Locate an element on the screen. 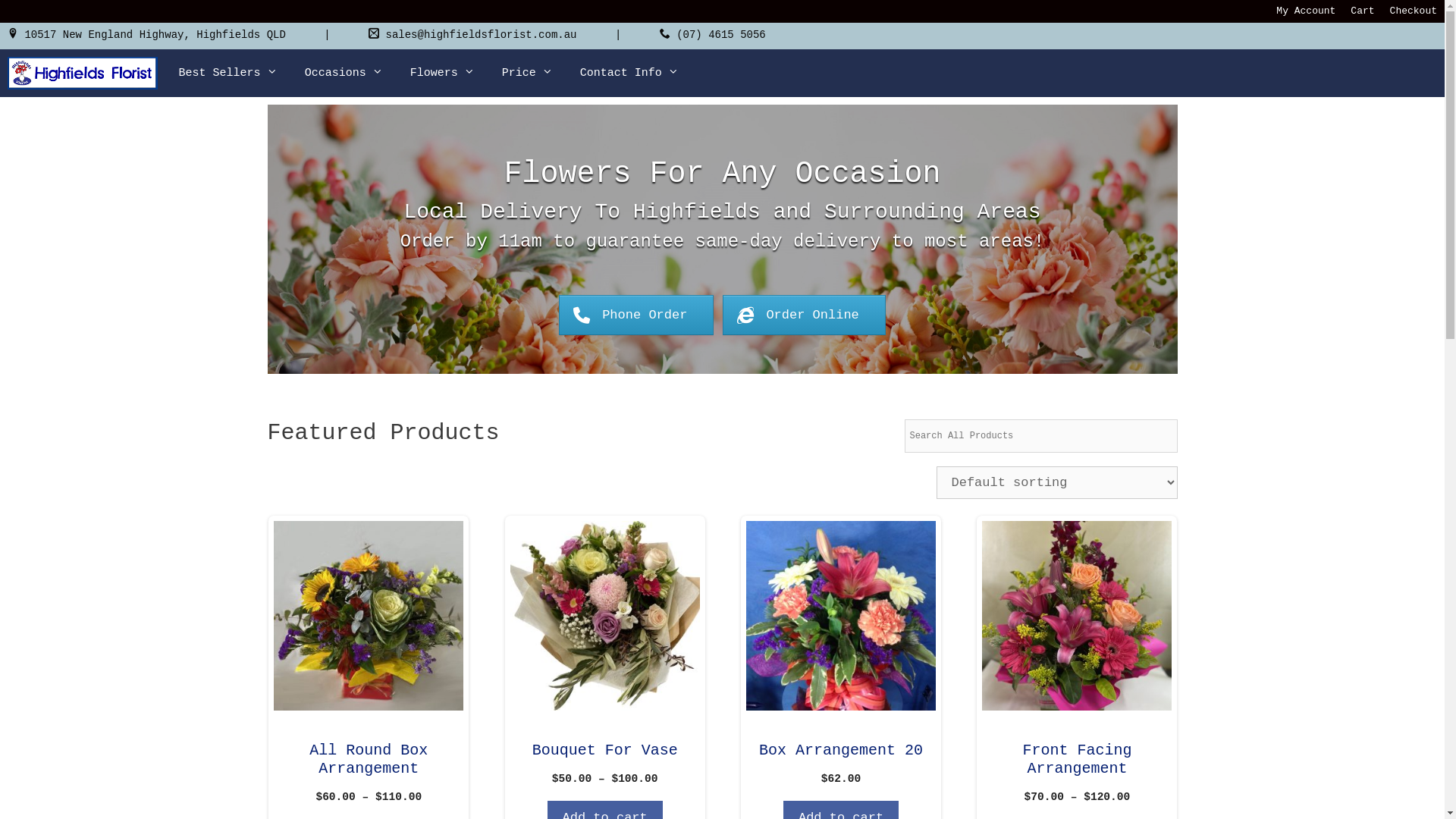  '(07) 4615 5056' is located at coordinates (720, 34).